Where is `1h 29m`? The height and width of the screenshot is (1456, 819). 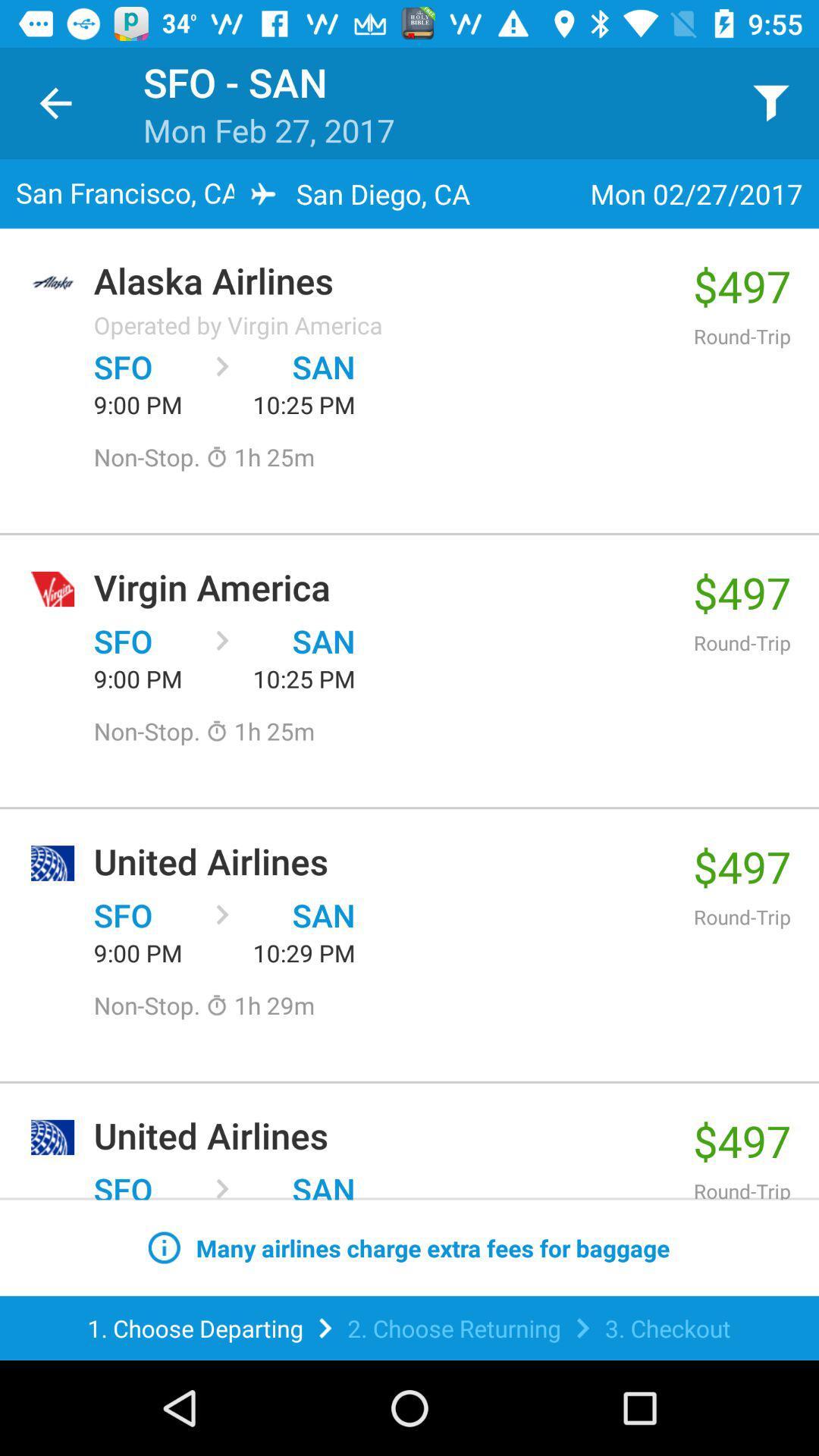
1h 29m is located at coordinates (259, 1005).